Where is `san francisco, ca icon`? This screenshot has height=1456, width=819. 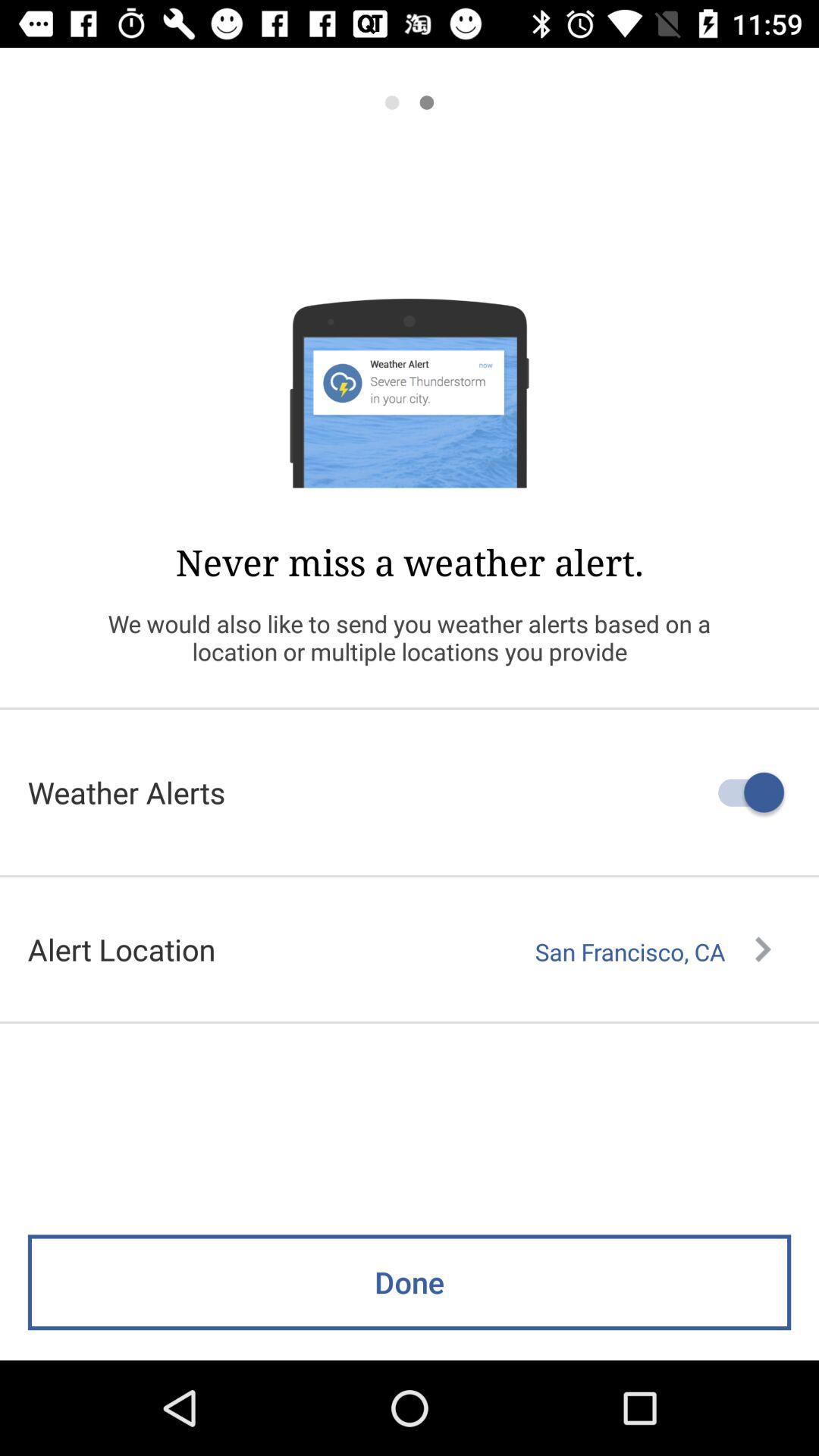
san francisco, ca icon is located at coordinates (652, 951).